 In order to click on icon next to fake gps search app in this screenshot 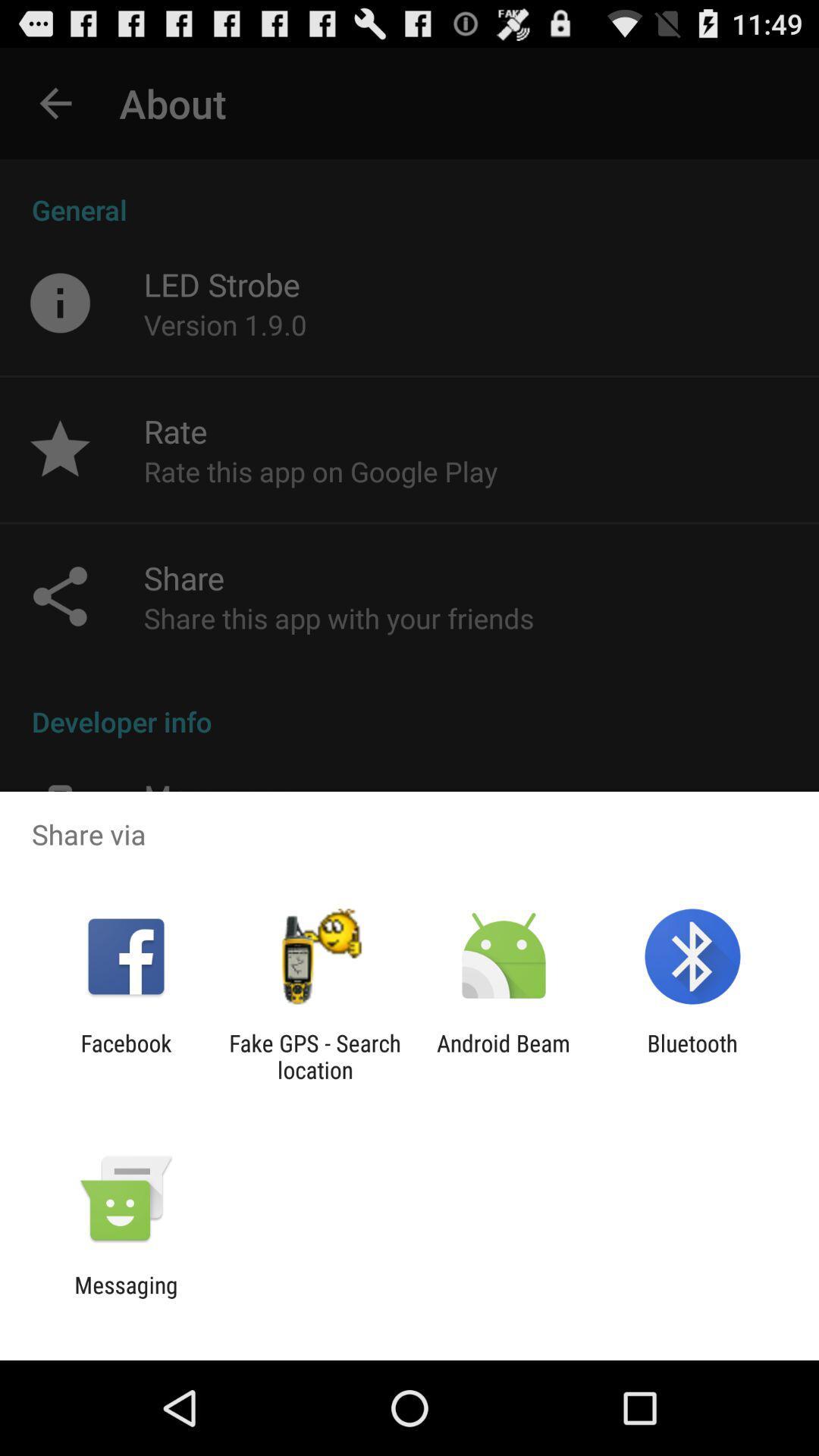, I will do `click(125, 1056)`.